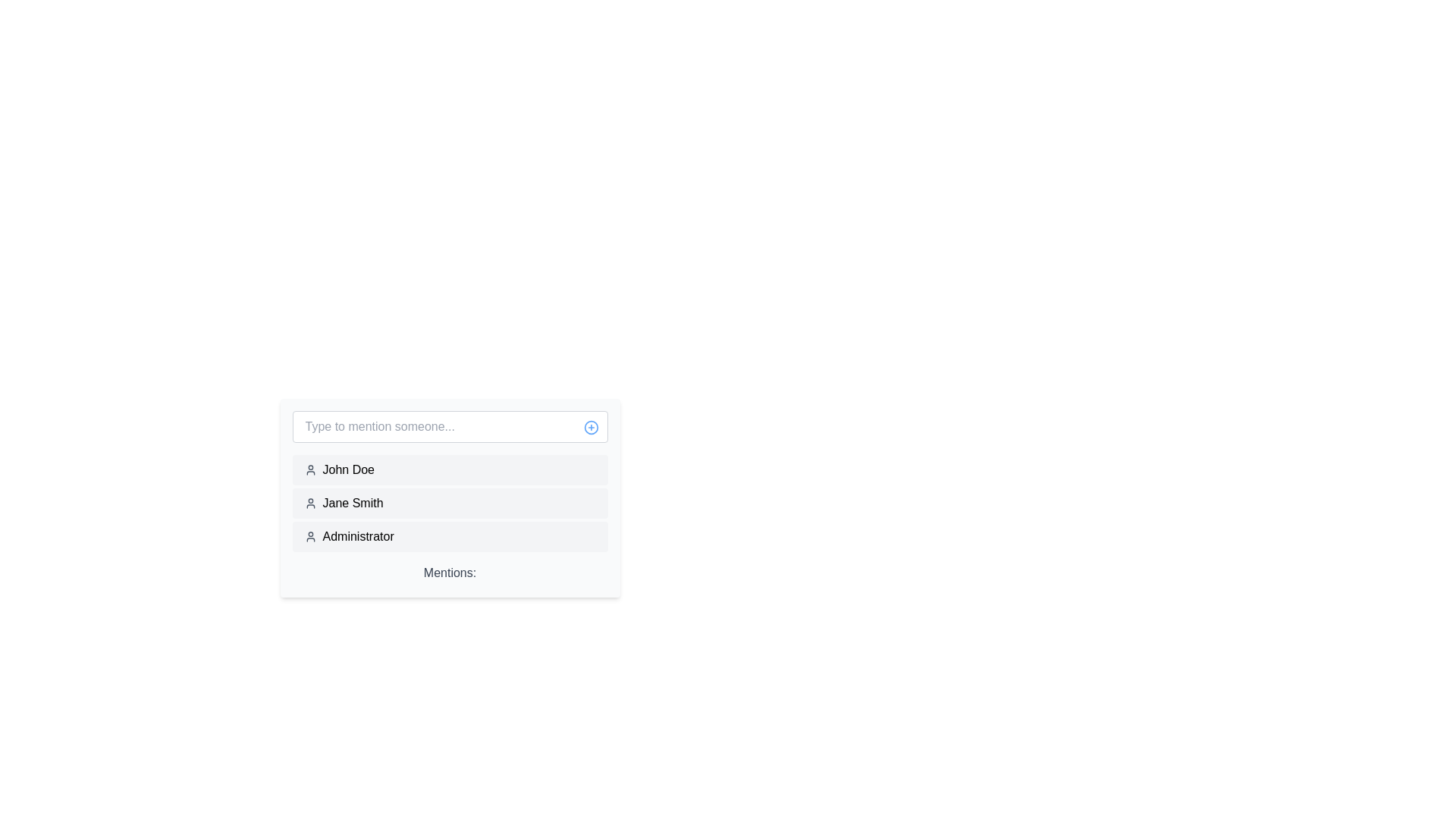  I want to click on the user icon associated with 'John Doe' in the mention-selection popup interface for visual reference, so click(309, 469).